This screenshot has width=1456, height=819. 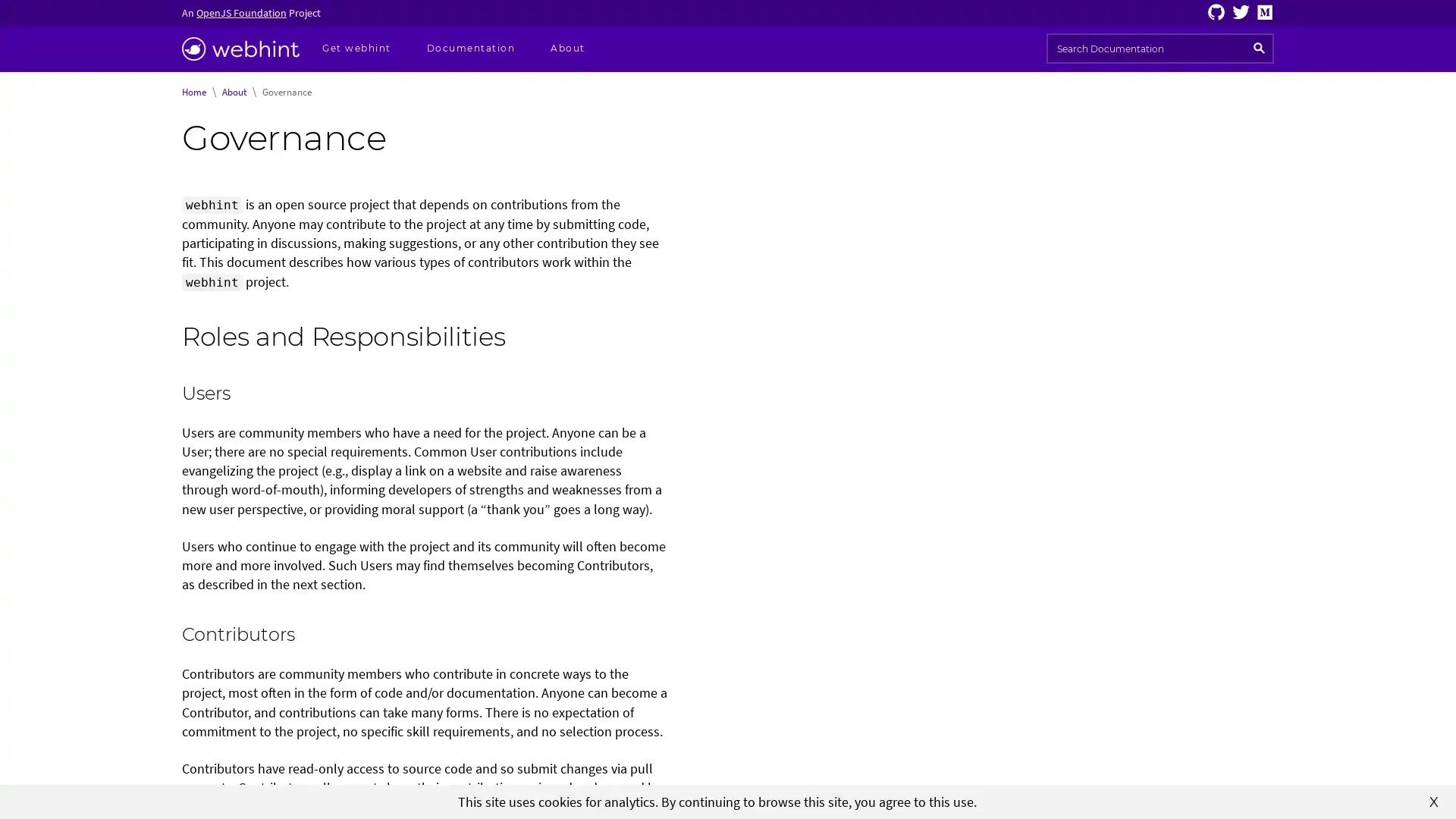 What do you see at coordinates (1259, 48) in the screenshot?
I see `search` at bounding box center [1259, 48].